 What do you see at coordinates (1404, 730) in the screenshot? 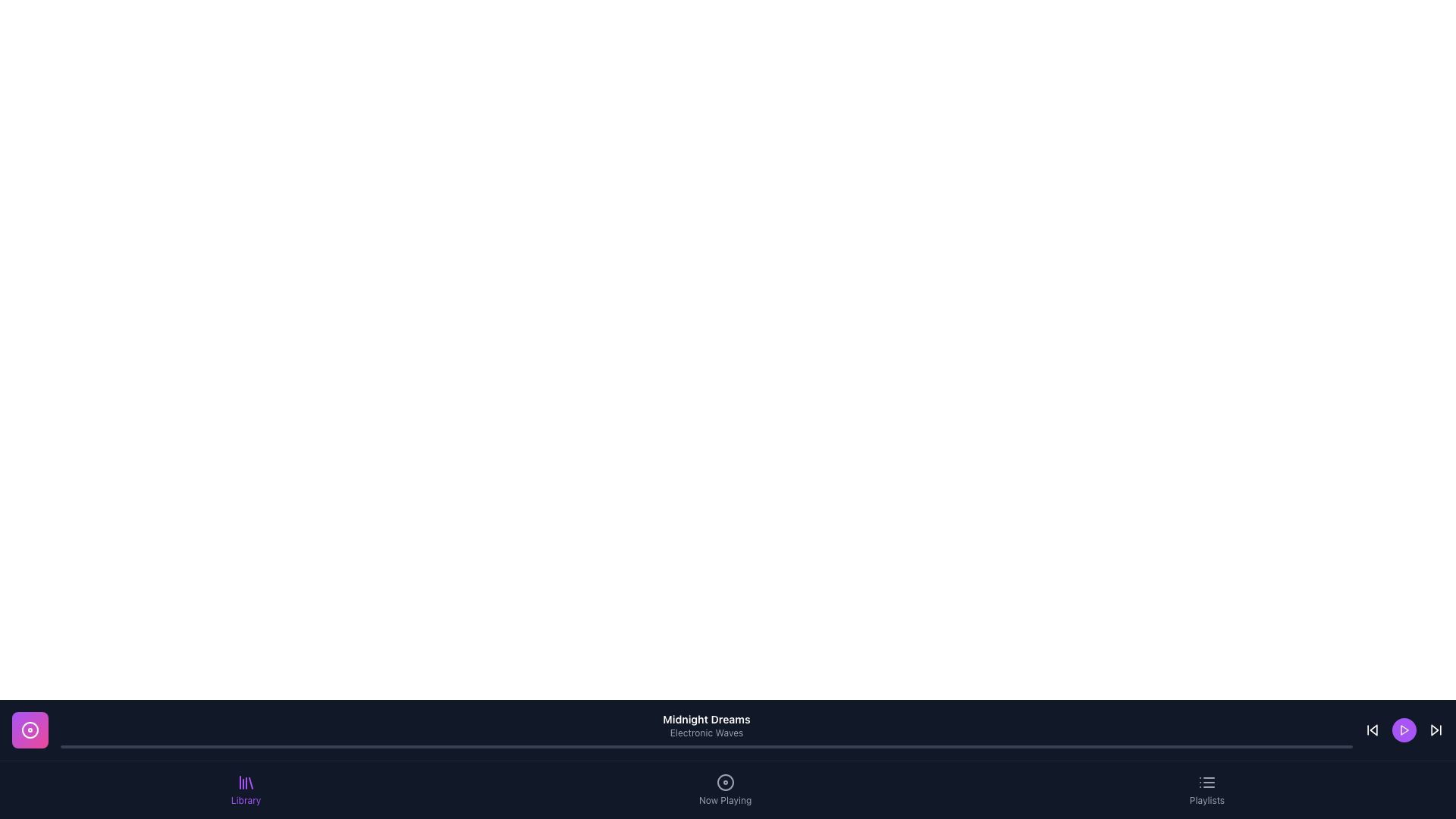
I see `the playback control button located at the bottom-right corner of the interface` at bounding box center [1404, 730].